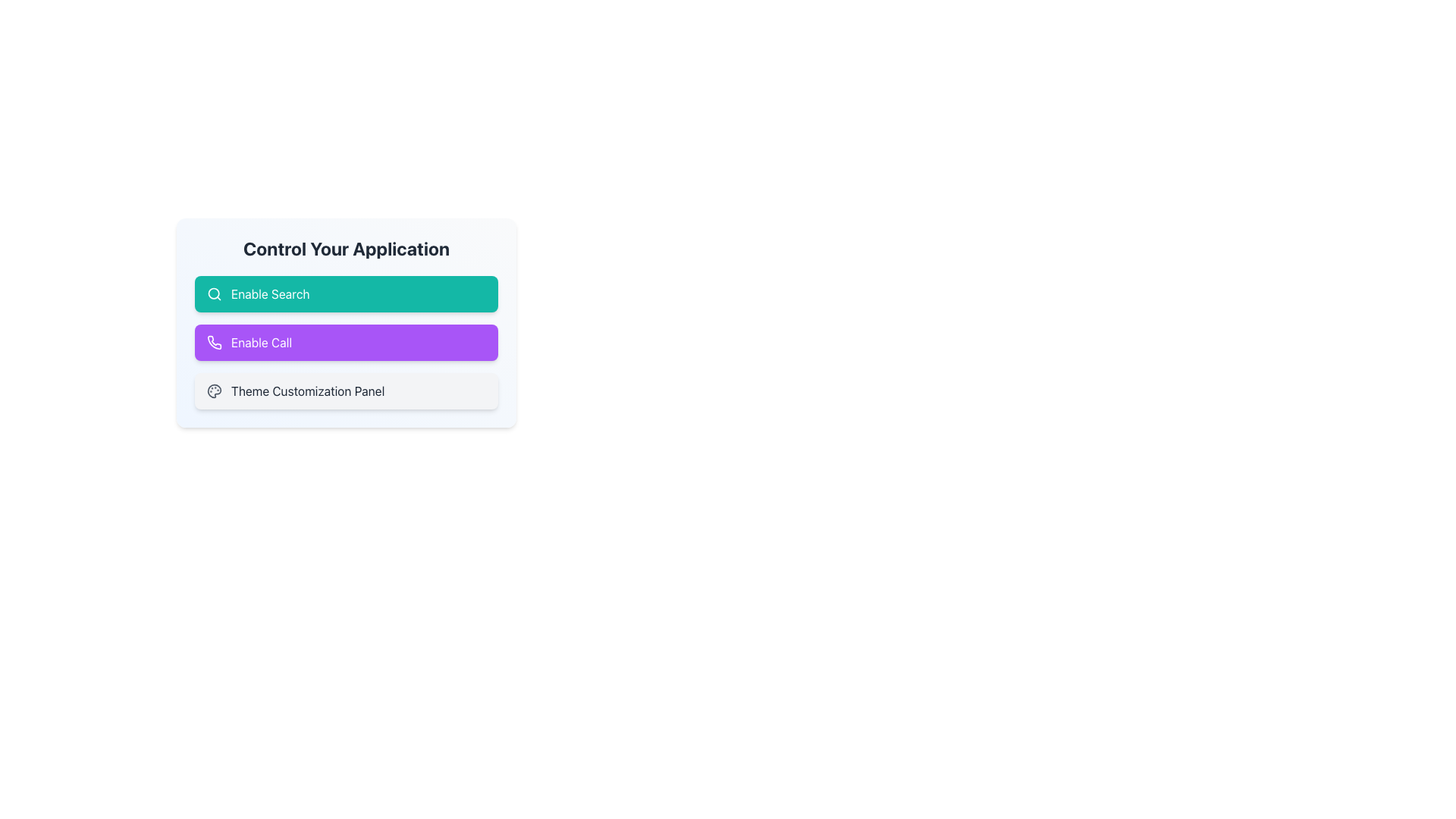 Image resolution: width=1456 pixels, height=819 pixels. I want to click on the 'Theme Customization Panel' button, which is a rectangular button-like UI element with a light gray background and an icon of a painter's palette, located as the third item in a vertical list of options, so click(345, 391).